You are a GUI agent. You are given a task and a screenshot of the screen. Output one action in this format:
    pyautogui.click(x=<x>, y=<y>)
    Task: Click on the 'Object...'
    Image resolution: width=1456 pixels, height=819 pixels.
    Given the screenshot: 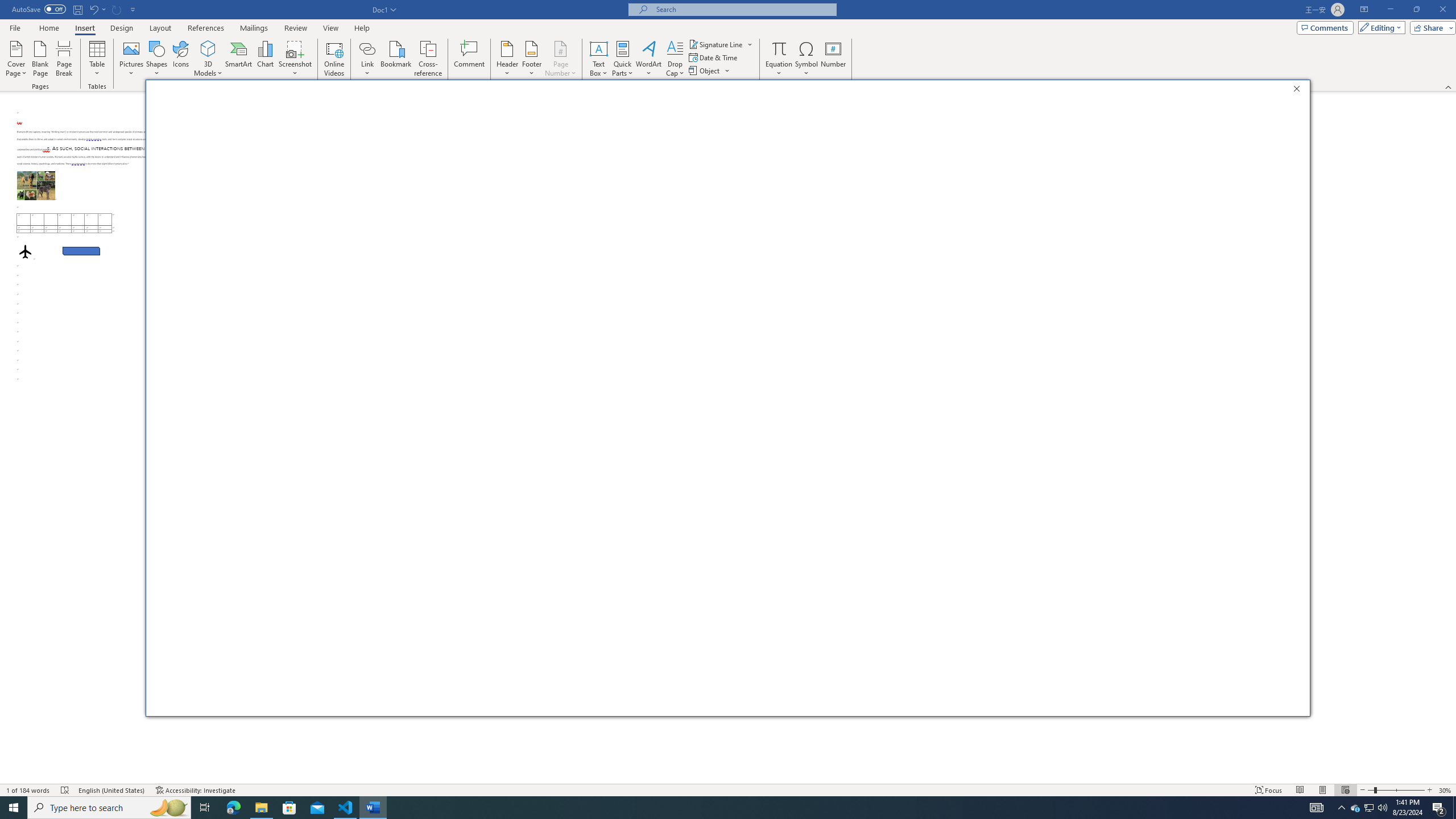 What is the action you would take?
    pyautogui.click(x=709, y=69)
    